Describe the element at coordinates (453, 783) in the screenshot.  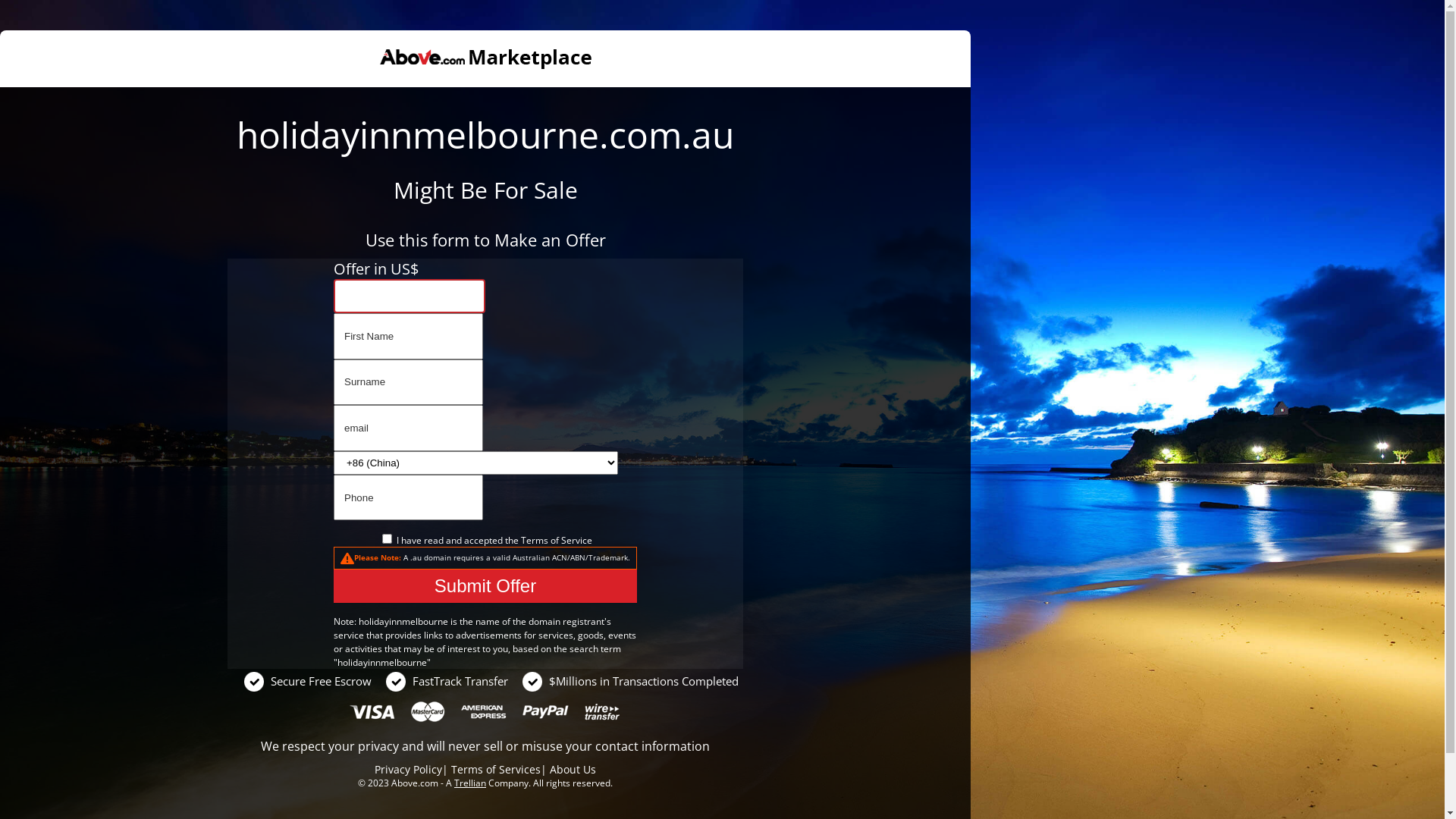
I see `'Trellian'` at that location.